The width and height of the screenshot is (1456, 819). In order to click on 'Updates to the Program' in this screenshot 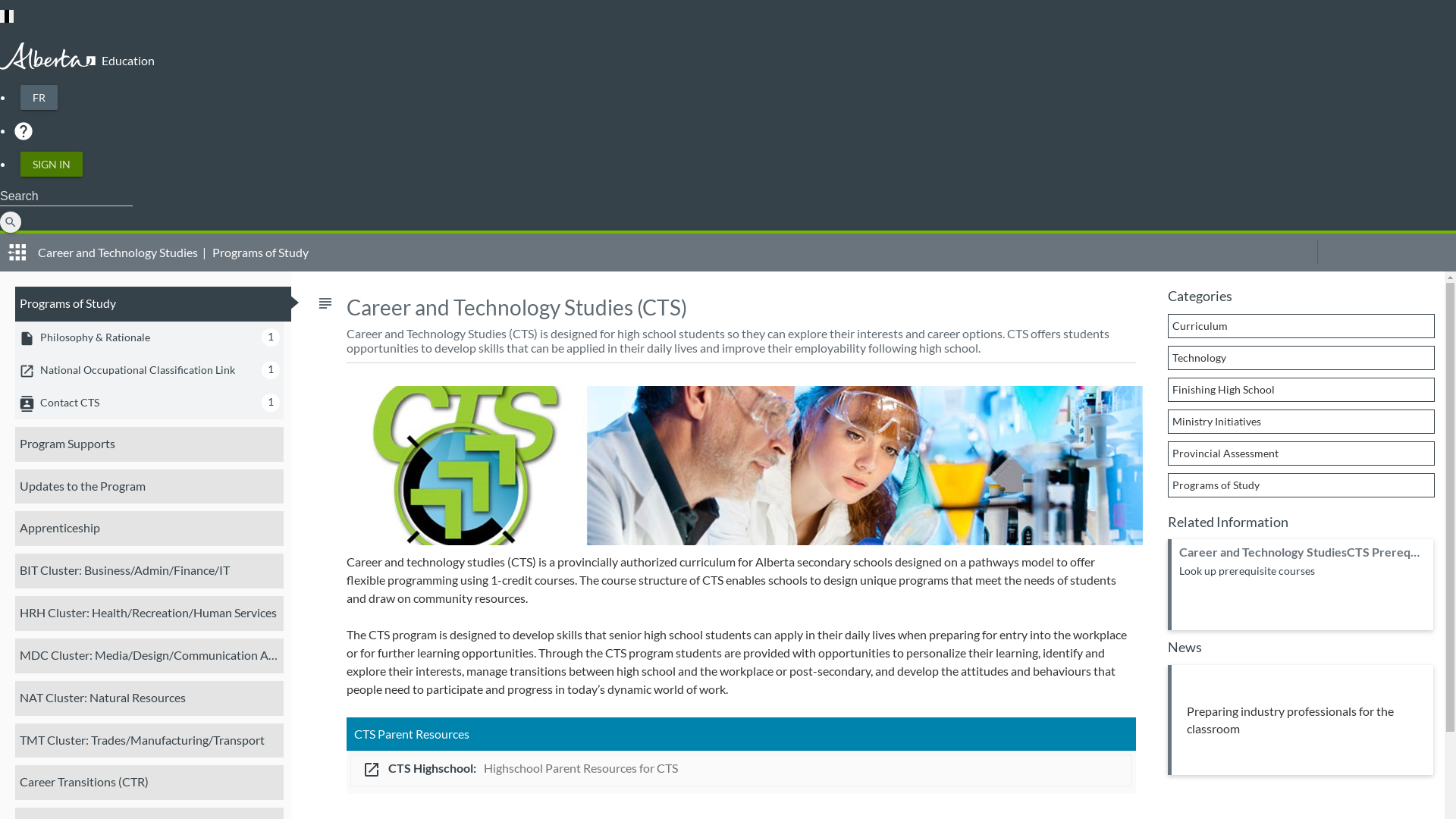, I will do `click(149, 485)`.